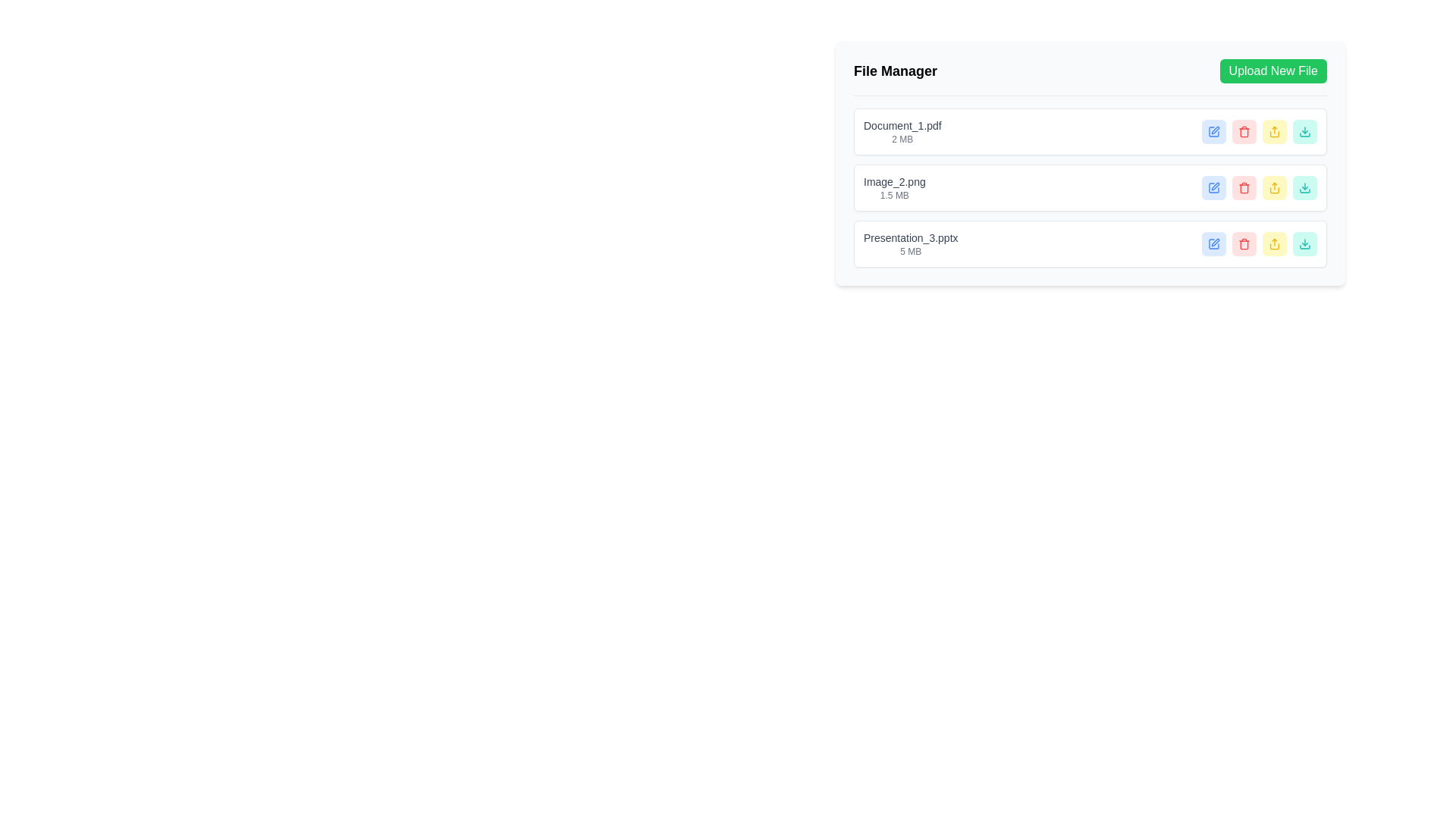 The image size is (1456, 819). Describe the element at coordinates (1244, 243) in the screenshot. I see `the red trash bin icon button next to 'Presentation_3.pptx'` at that location.